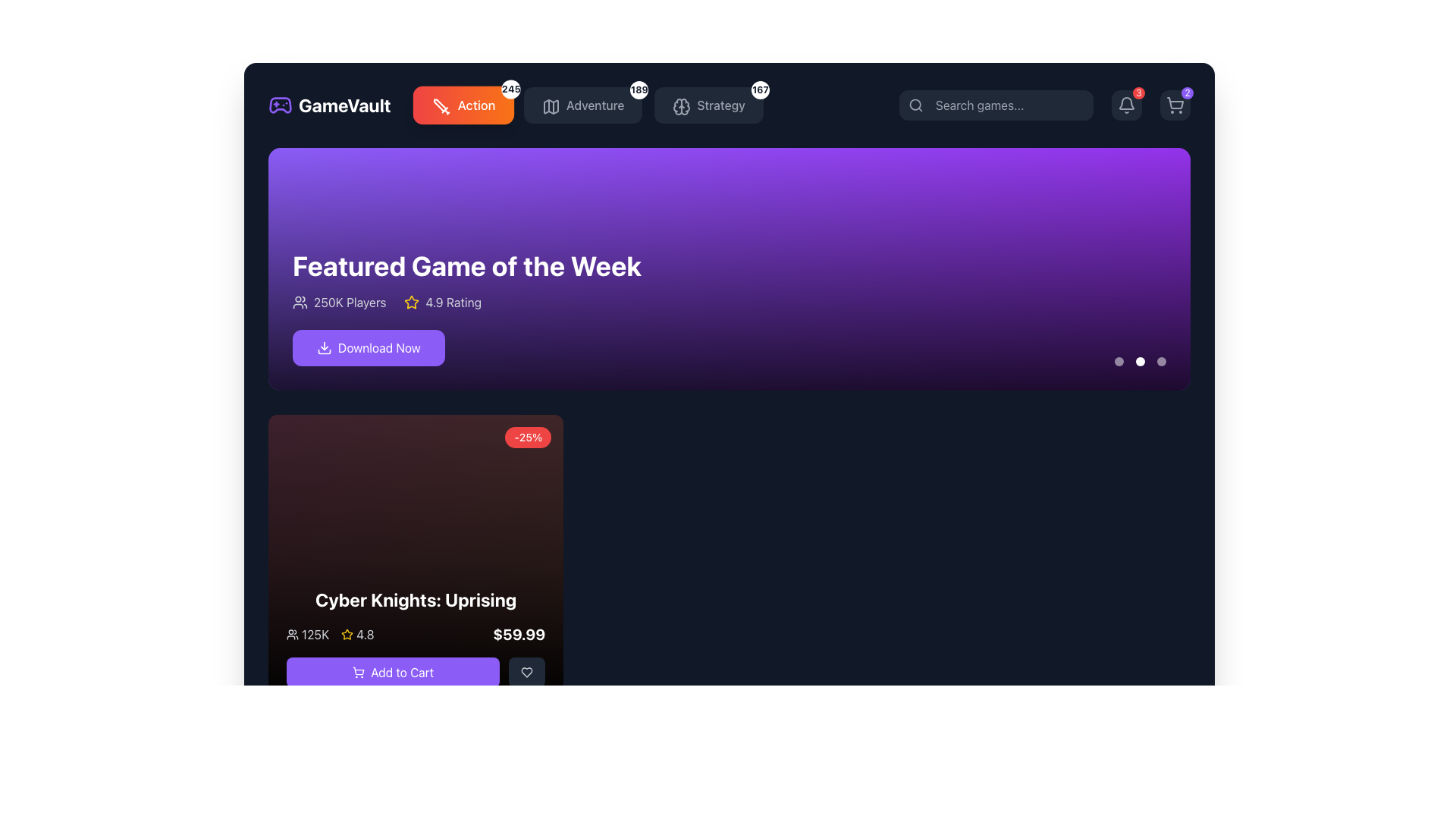 The image size is (1456, 819). Describe the element at coordinates (280, 104) in the screenshot. I see `the graphical icon representing gaming-related features located in the upper-left section of the interface, adjacent to the GameVault logo` at that location.